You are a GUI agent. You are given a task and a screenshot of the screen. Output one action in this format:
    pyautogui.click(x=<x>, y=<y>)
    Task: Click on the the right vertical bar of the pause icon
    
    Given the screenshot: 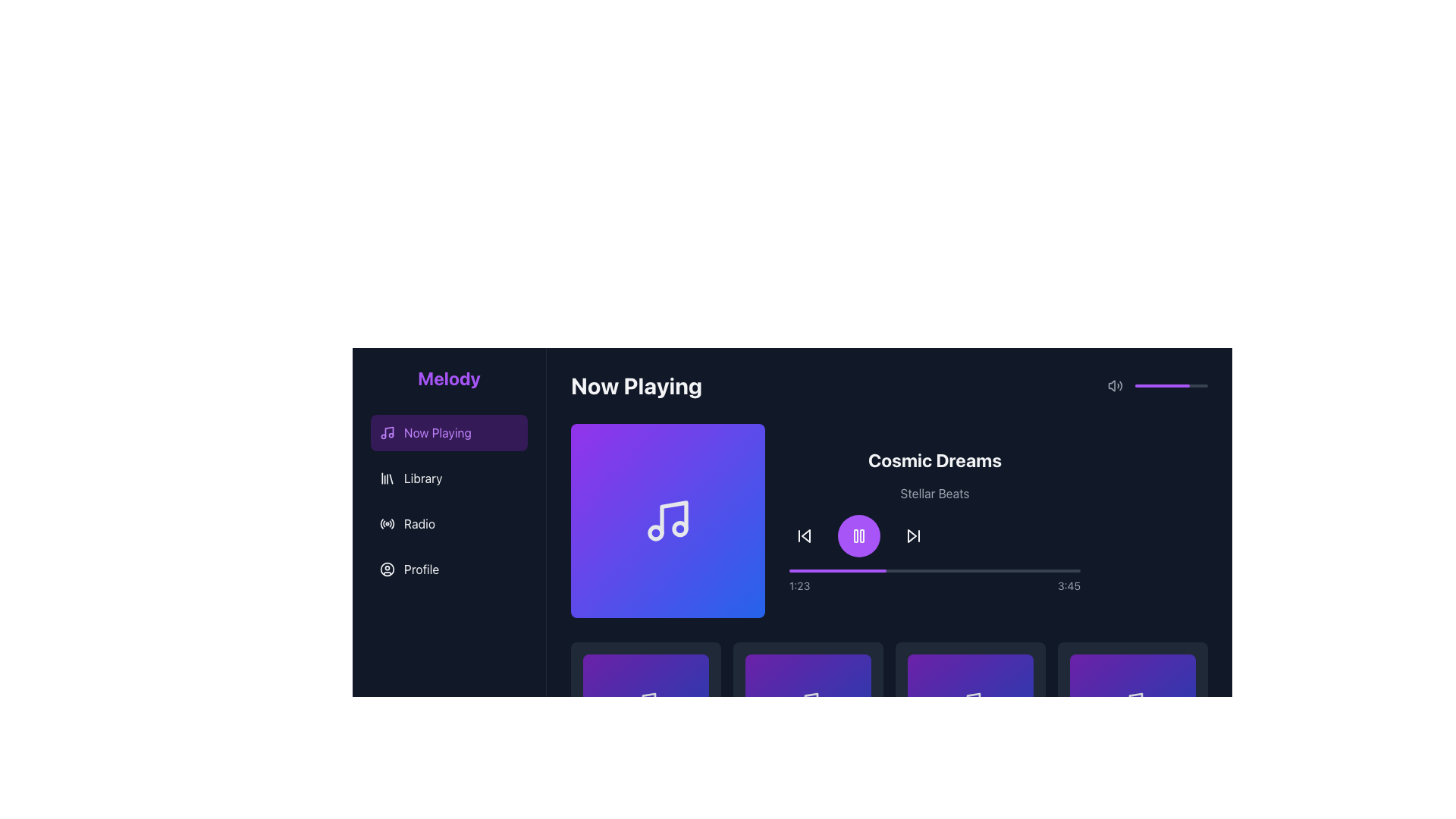 What is the action you would take?
    pyautogui.click(x=862, y=535)
    